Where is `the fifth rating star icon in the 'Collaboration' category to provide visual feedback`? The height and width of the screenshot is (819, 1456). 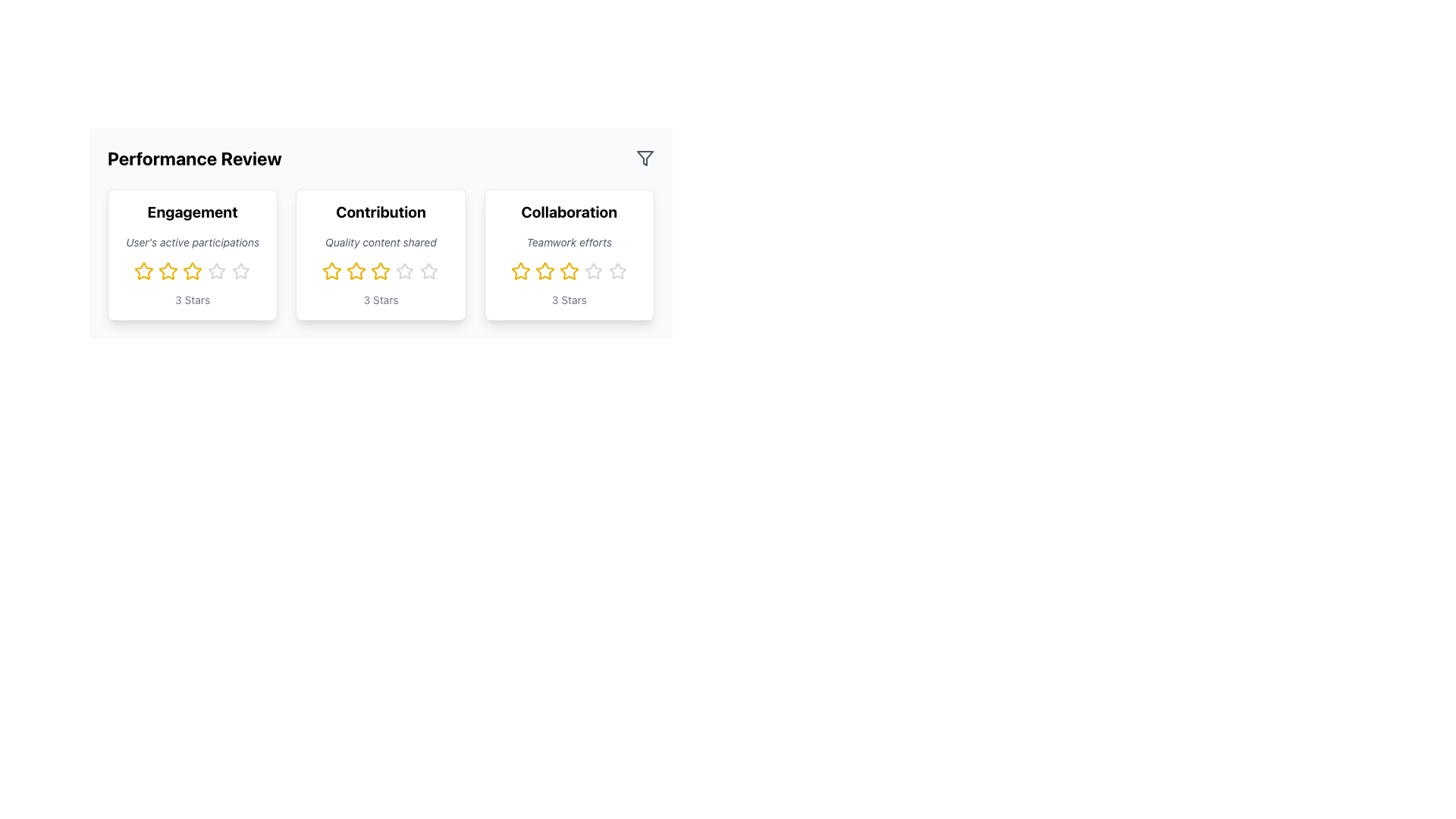 the fifth rating star icon in the 'Collaboration' category to provide visual feedback is located at coordinates (617, 270).